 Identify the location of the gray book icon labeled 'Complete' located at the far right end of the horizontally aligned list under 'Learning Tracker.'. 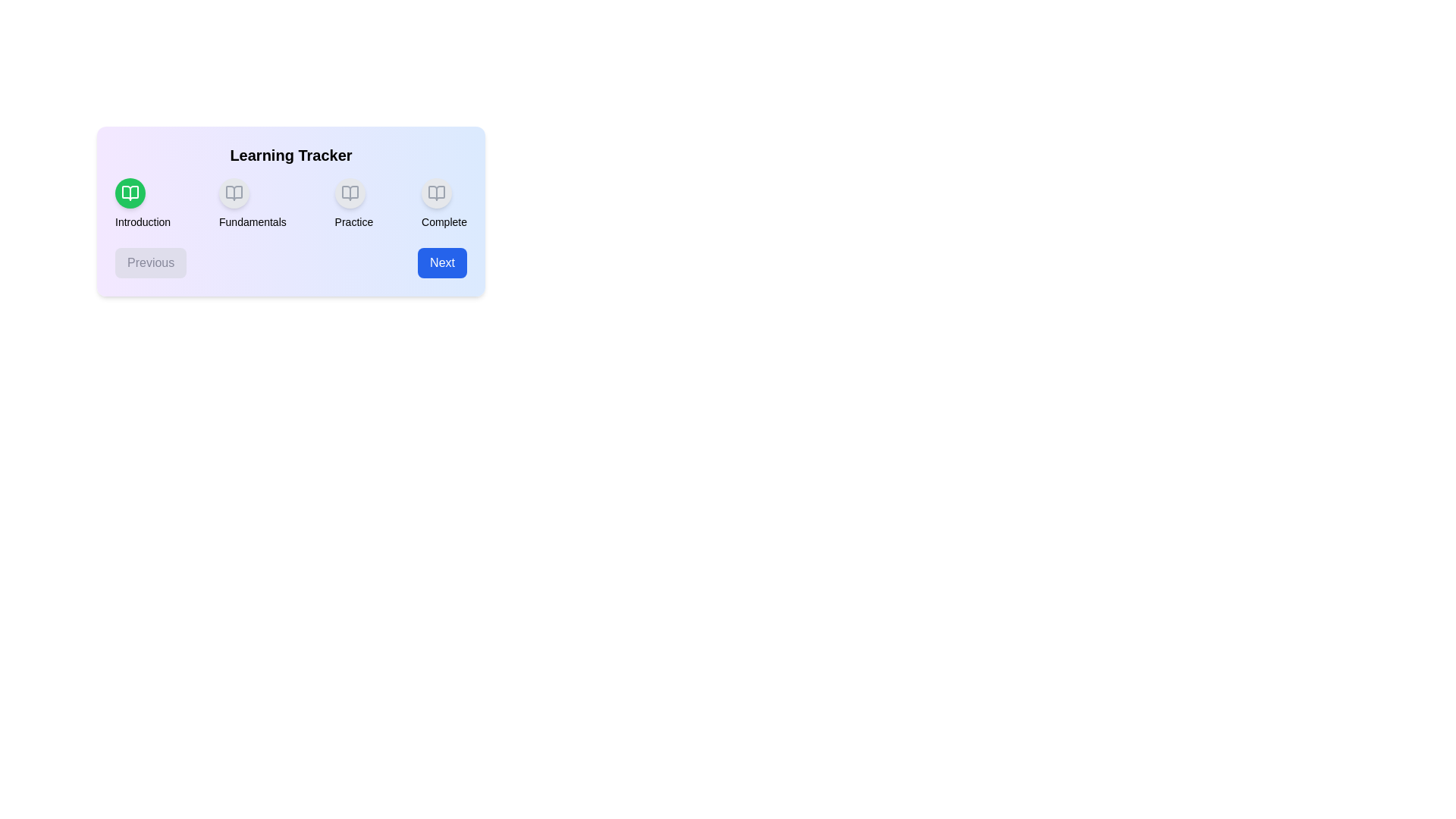
(436, 192).